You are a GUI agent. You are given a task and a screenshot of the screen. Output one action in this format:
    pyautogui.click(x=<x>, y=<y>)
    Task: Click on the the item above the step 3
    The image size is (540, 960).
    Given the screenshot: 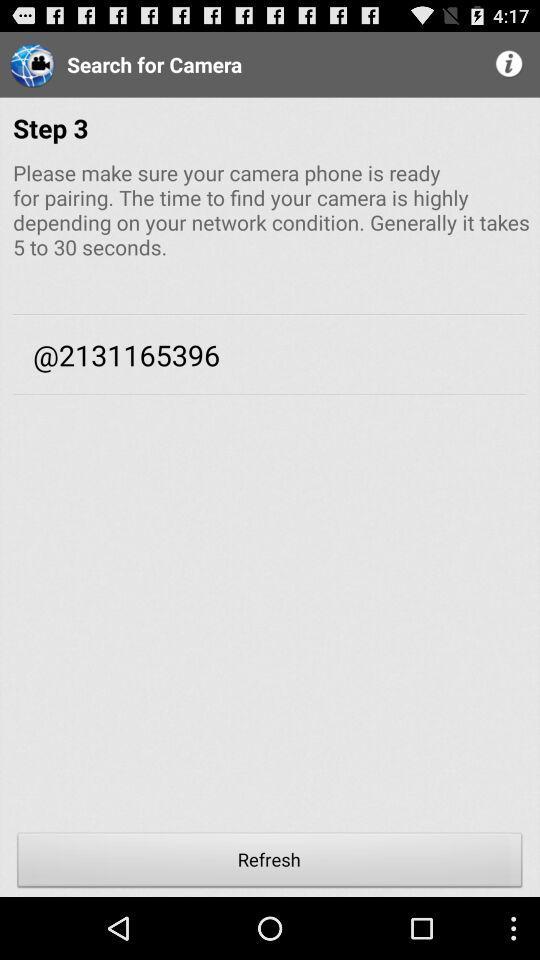 What is the action you would take?
    pyautogui.click(x=510, y=64)
    